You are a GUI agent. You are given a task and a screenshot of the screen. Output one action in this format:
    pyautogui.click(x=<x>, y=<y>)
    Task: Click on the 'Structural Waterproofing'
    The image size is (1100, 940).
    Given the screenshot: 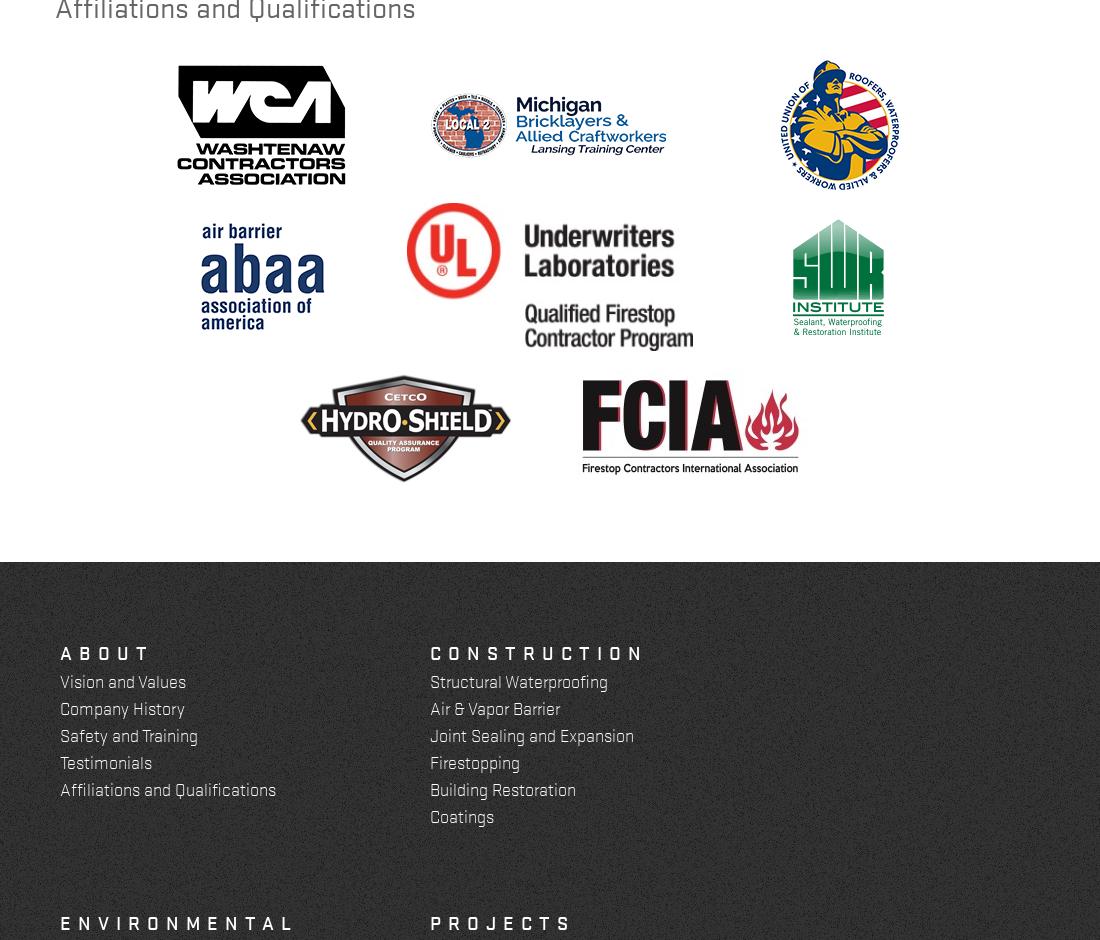 What is the action you would take?
    pyautogui.click(x=518, y=679)
    